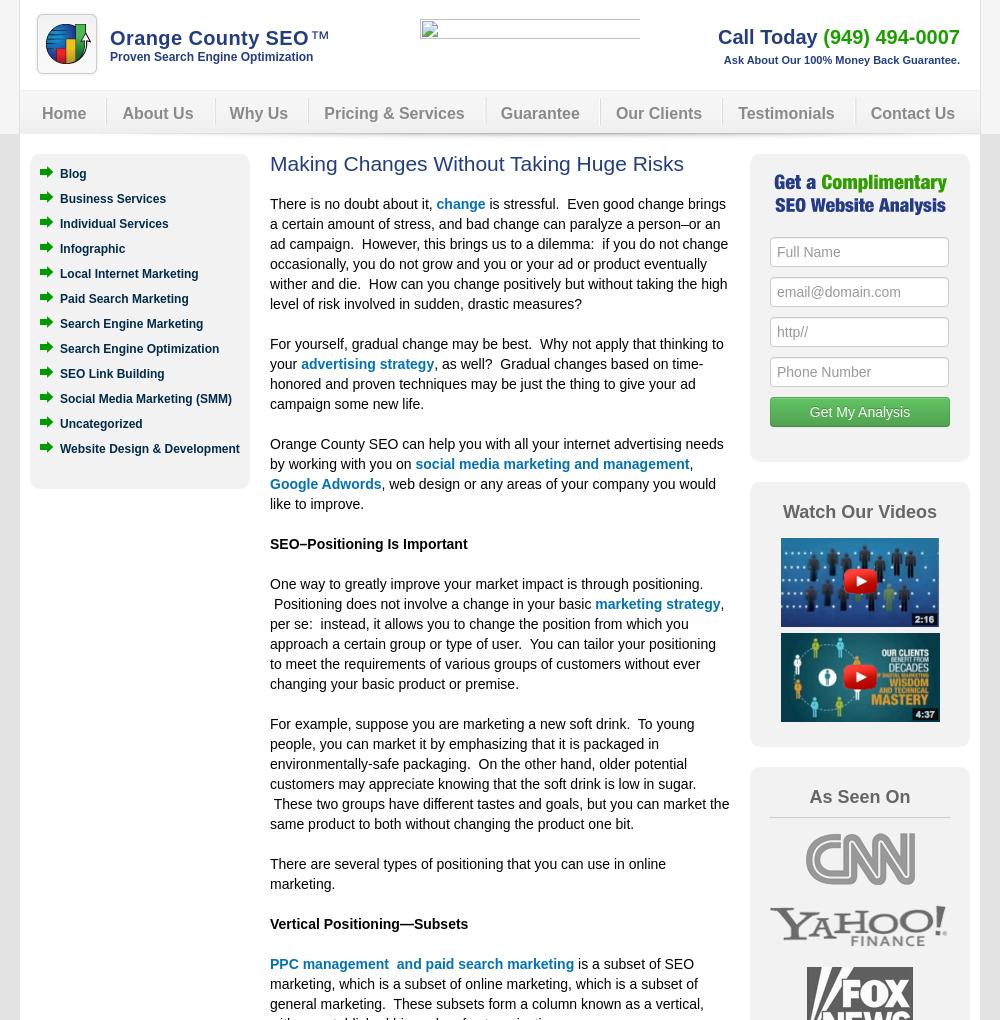  What do you see at coordinates (368, 924) in the screenshot?
I see `'Vertical Positioning—Subsets'` at bounding box center [368, 924].